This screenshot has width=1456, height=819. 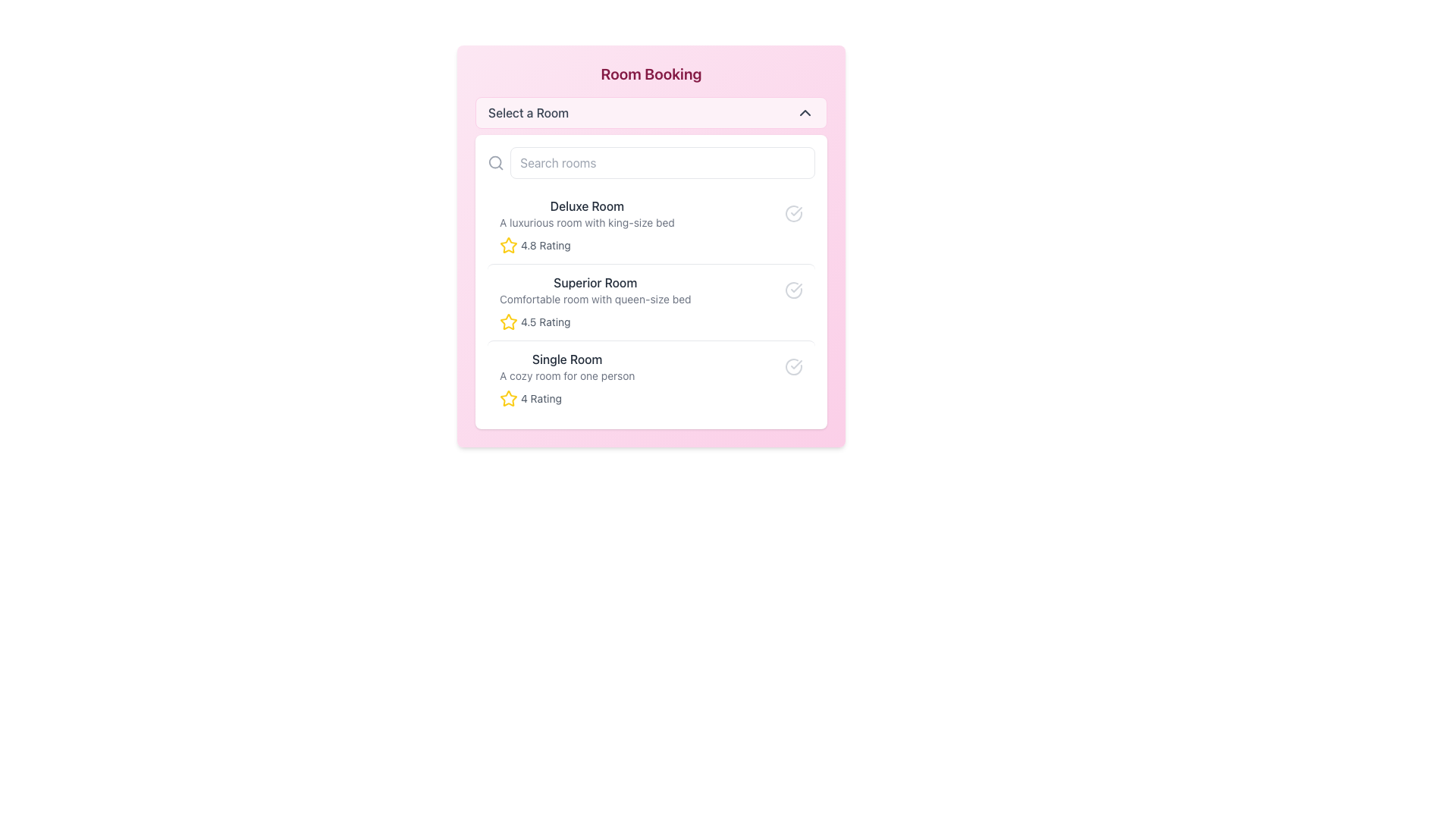 I want to click on value of the '4 Rating' label next to the yellow star icon in the room selection list for the 'Single Room', so click(x=541, y=397).